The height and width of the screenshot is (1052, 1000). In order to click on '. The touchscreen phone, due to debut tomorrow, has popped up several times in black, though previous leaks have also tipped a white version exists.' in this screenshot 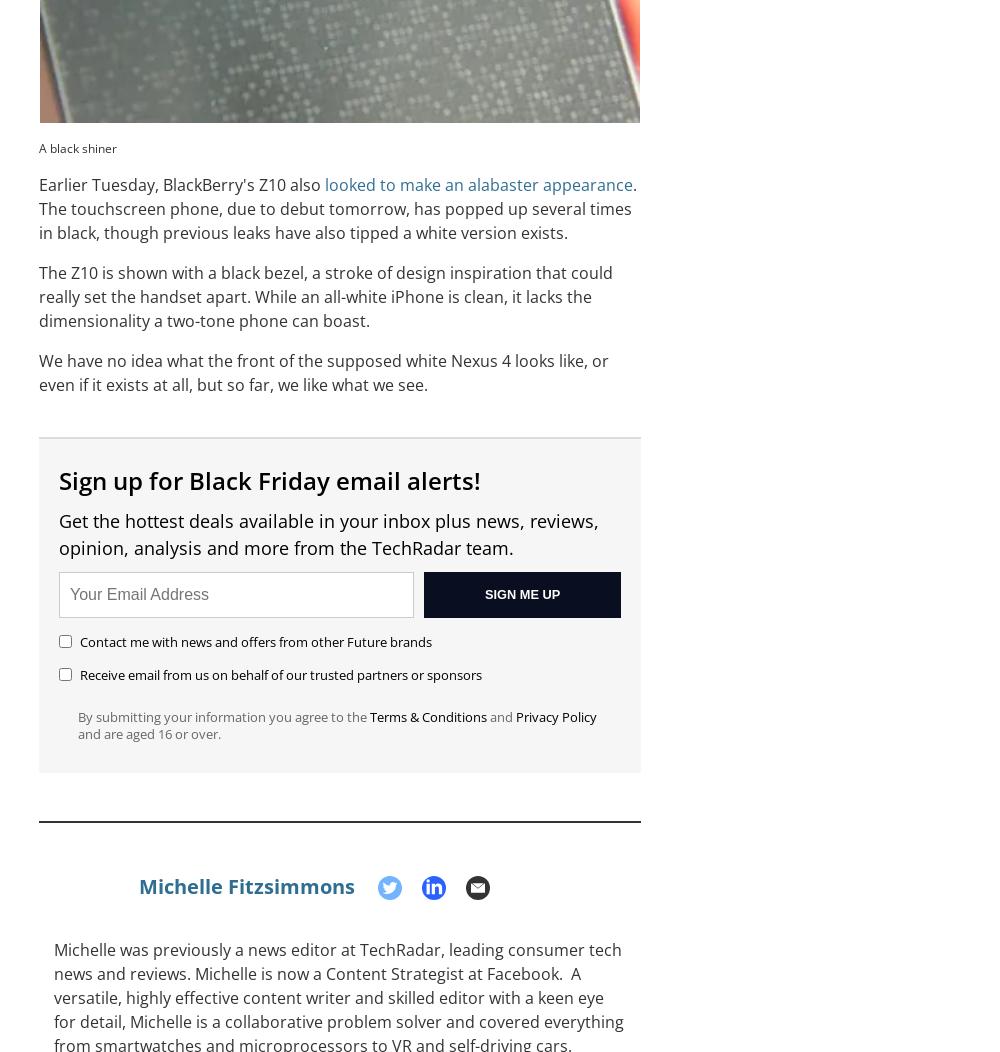, I will do `click(337, 209)`.